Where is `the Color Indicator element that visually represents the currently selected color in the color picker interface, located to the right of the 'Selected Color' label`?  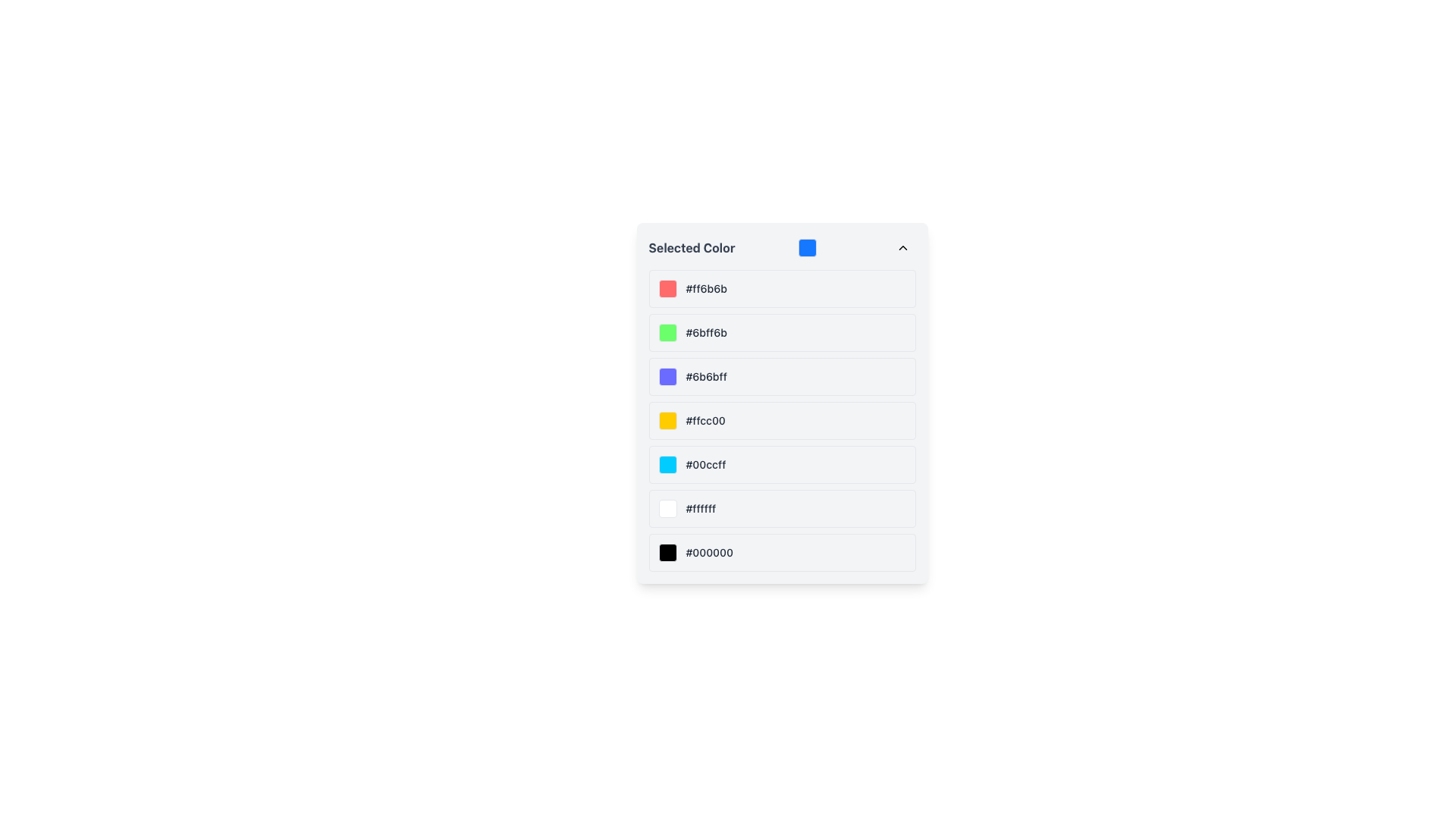 the Color Indicator element that visually represents the currently selected color in the color picker interface, located to the right of the 'Selected Color' label is located at coordinates (807, 247).